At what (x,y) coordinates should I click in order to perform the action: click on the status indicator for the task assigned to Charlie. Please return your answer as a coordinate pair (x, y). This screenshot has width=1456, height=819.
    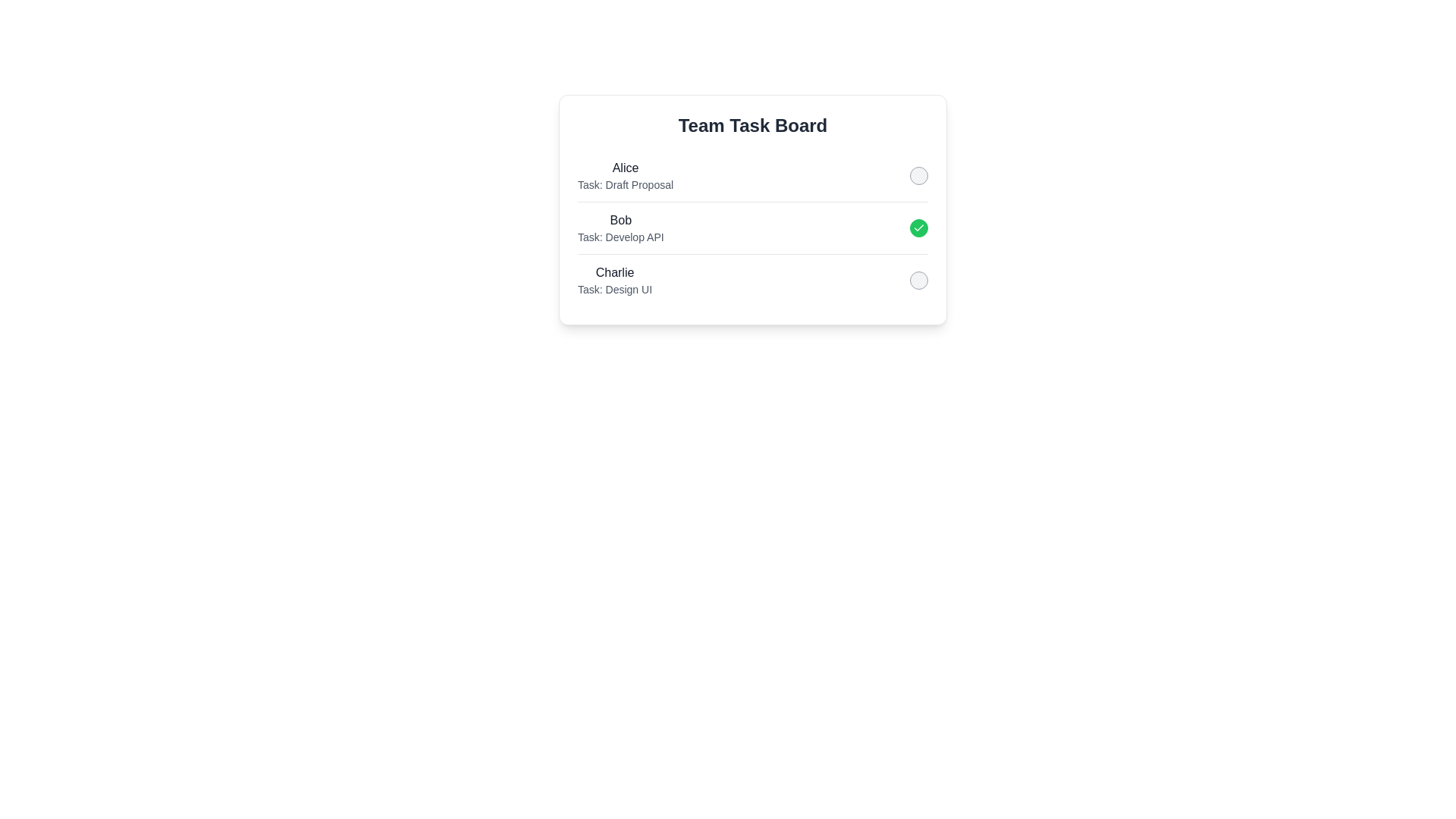
    Looking at the image, I should click on (918, 281).